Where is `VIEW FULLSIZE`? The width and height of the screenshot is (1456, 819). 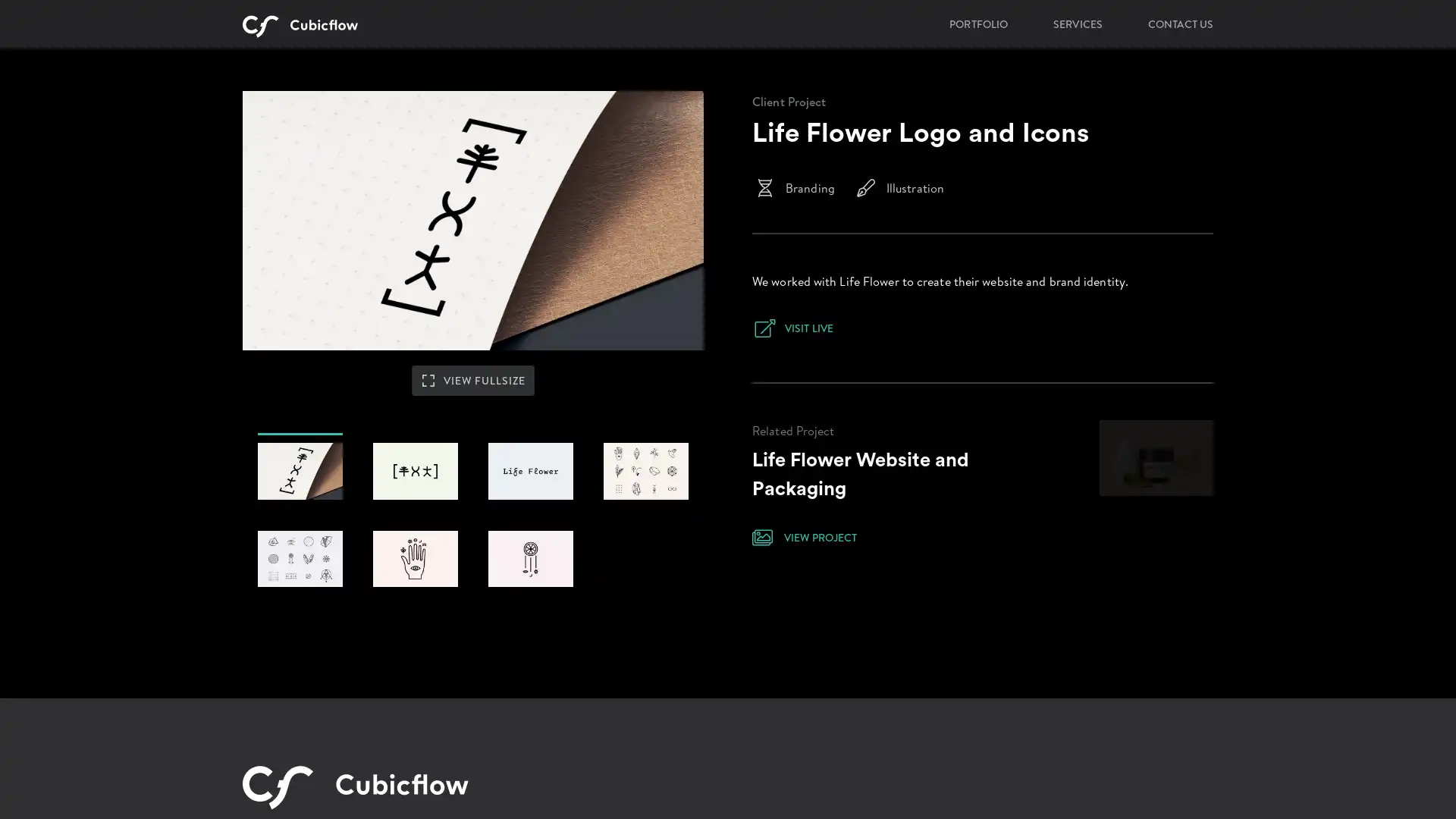 VIEW FULLSIZE is located at coordinates (472, 428).